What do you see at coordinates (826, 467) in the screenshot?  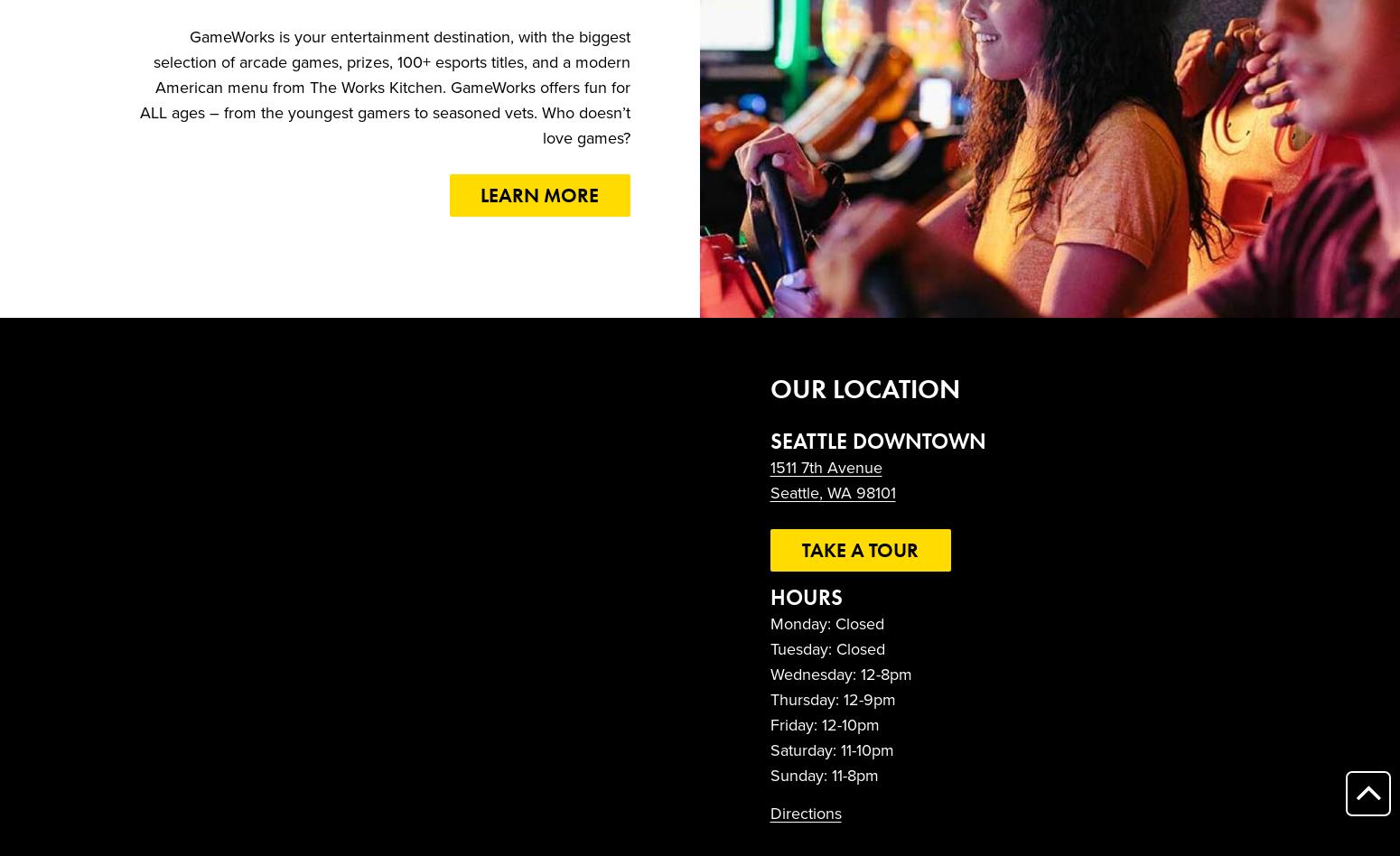 I see `'1511 7th Avenue'` at bounding box center [826, 467].